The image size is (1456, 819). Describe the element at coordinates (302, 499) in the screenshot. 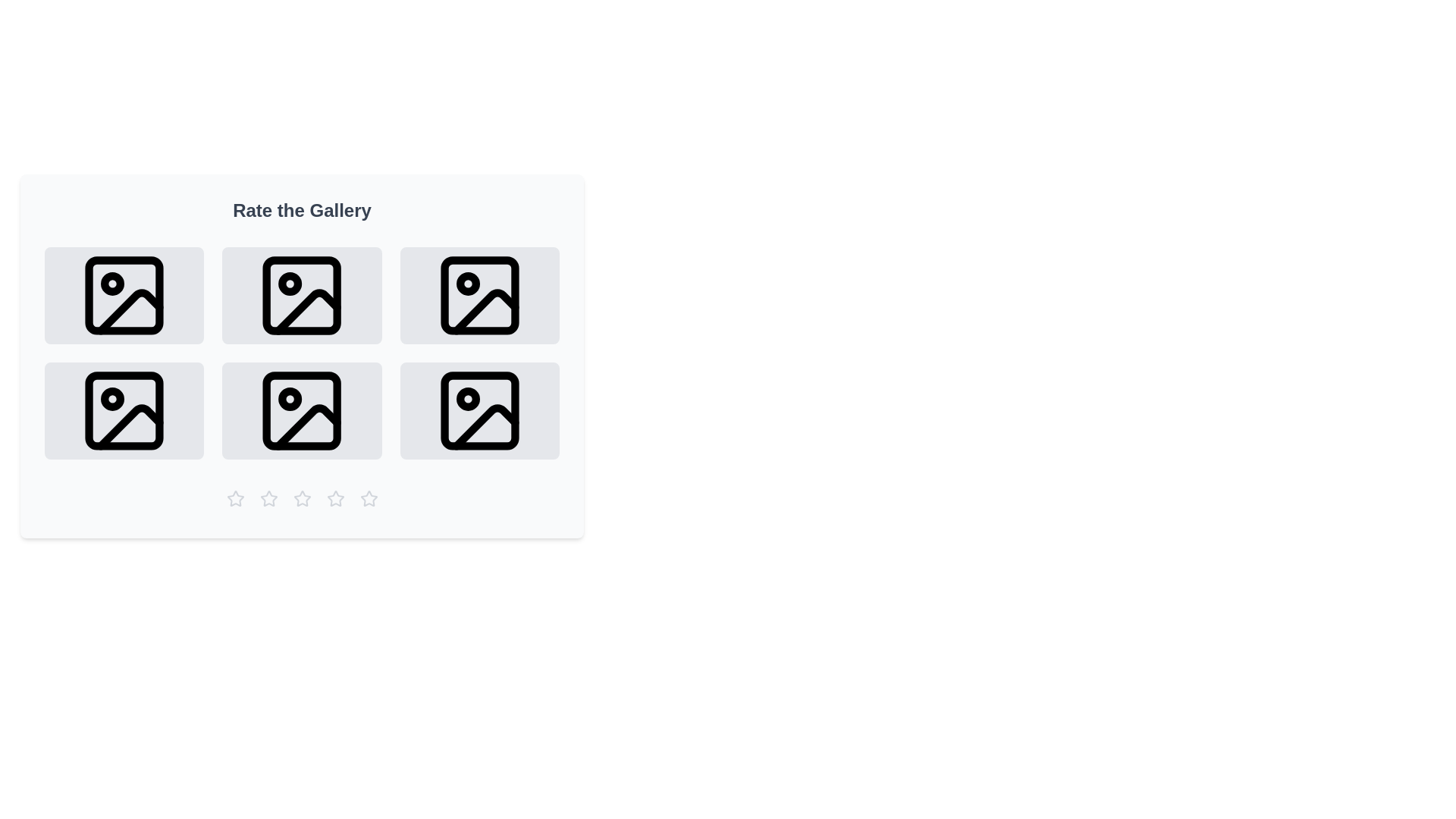

I see `the star rating button corresponding to 3 stars` at that location.